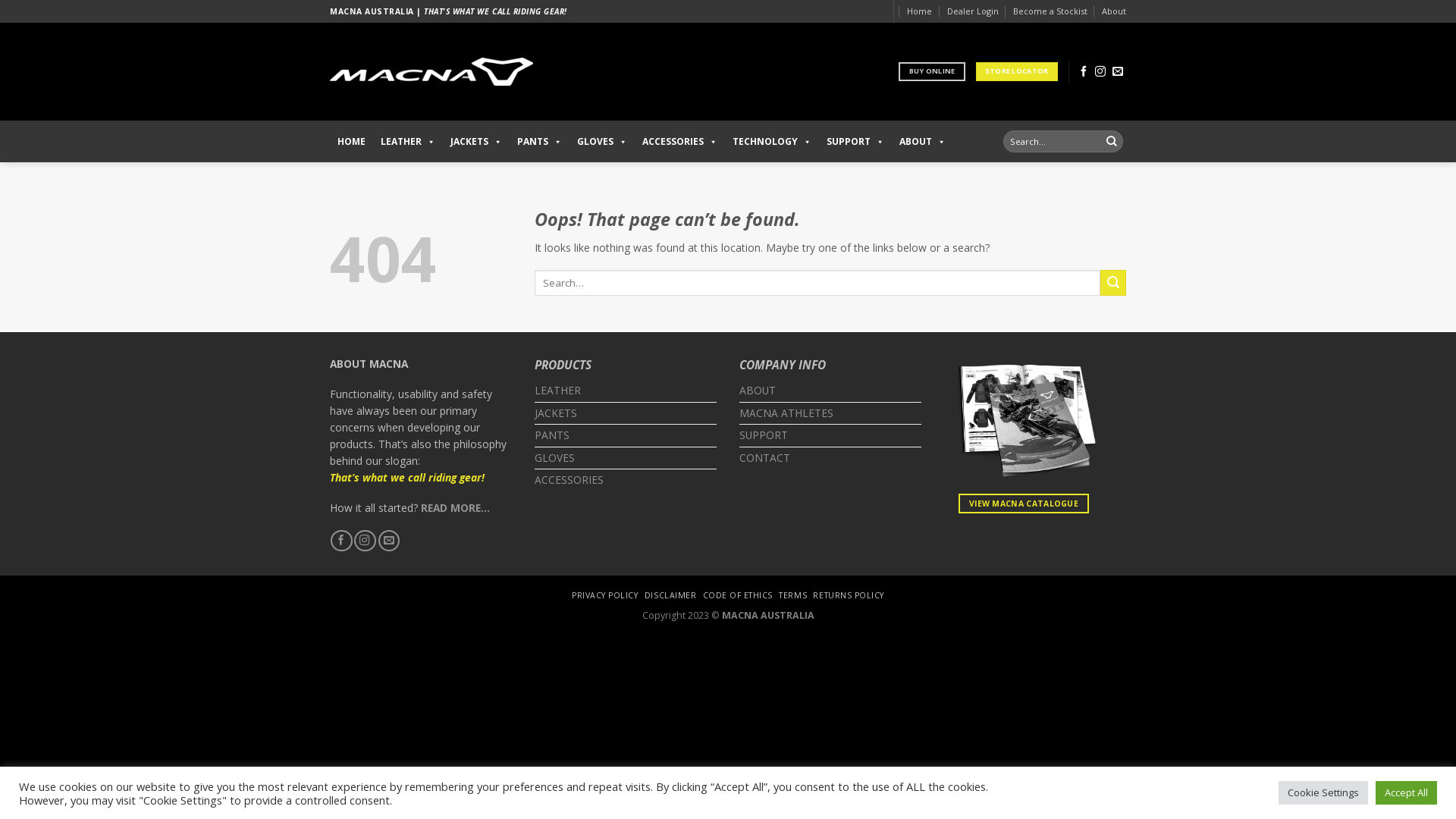 This screenshot has height=819, width=1456. What do you see at coordinates (350, 140) in the screenshot?
I see `'HOME'` at bounding box center [350, 140].